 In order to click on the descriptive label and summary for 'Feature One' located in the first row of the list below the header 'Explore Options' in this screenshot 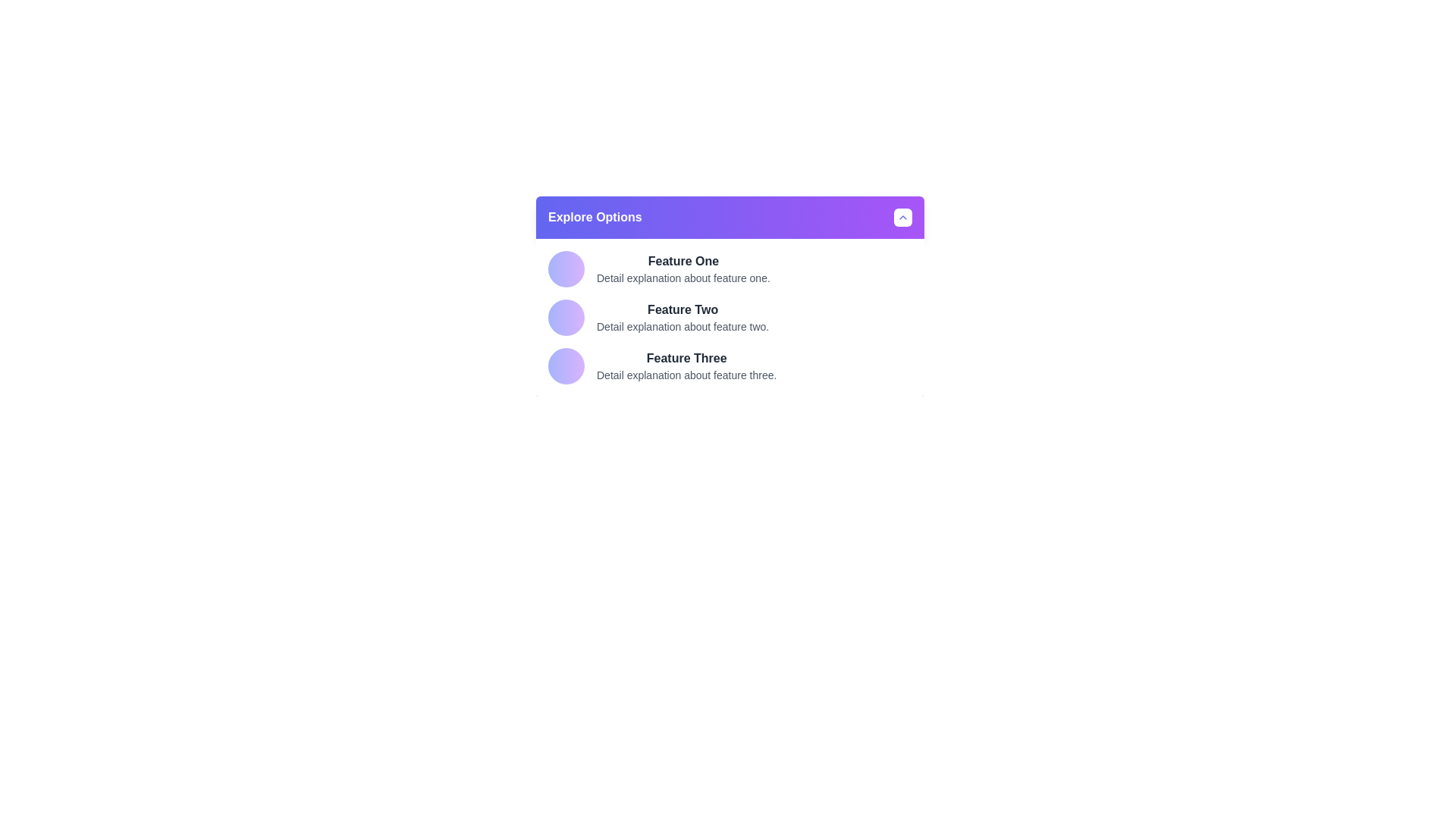, I will do `click(682, 268)`.